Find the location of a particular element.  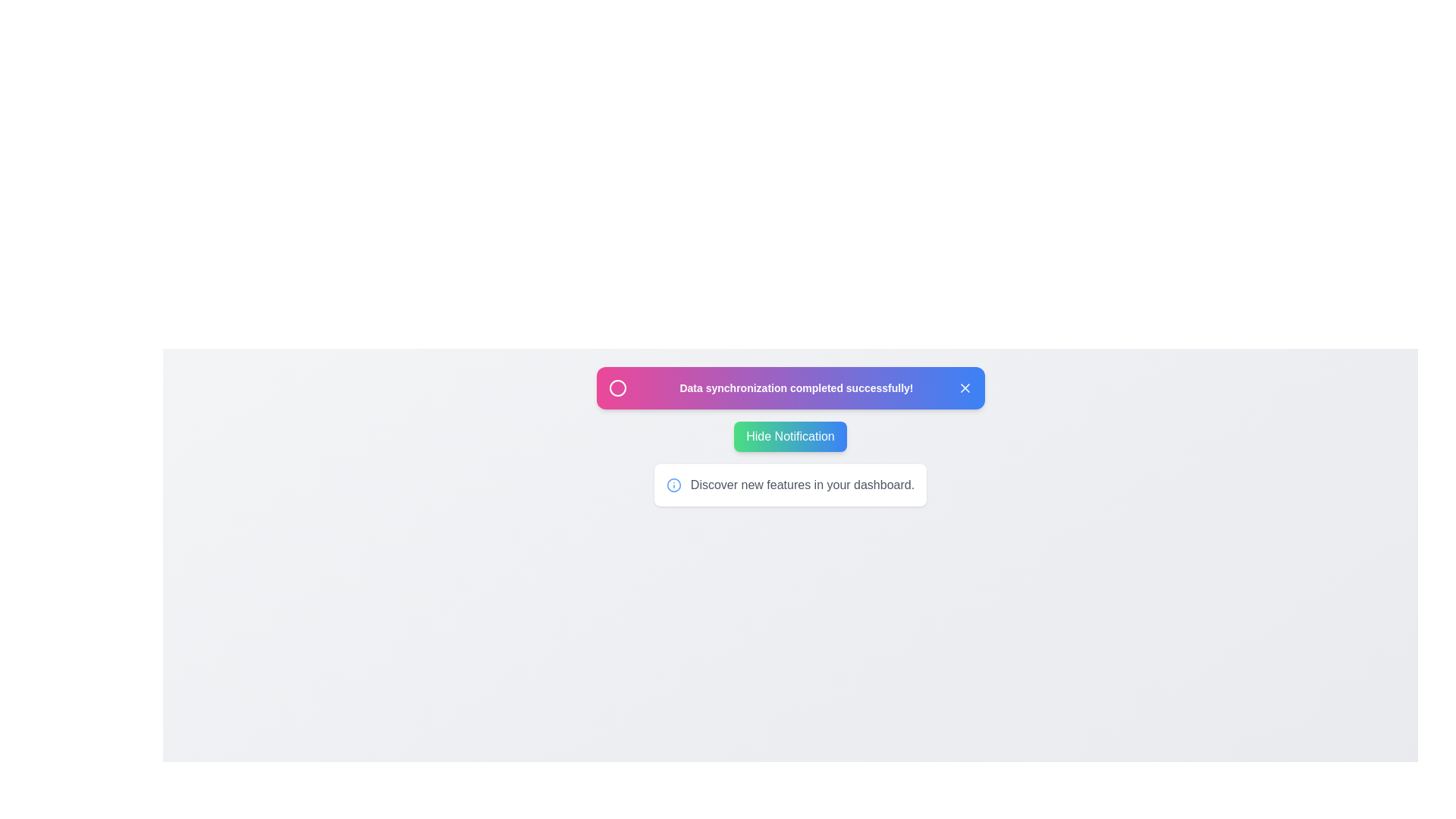

the informational icon to focus on the message is located at coordinates (673, 485).